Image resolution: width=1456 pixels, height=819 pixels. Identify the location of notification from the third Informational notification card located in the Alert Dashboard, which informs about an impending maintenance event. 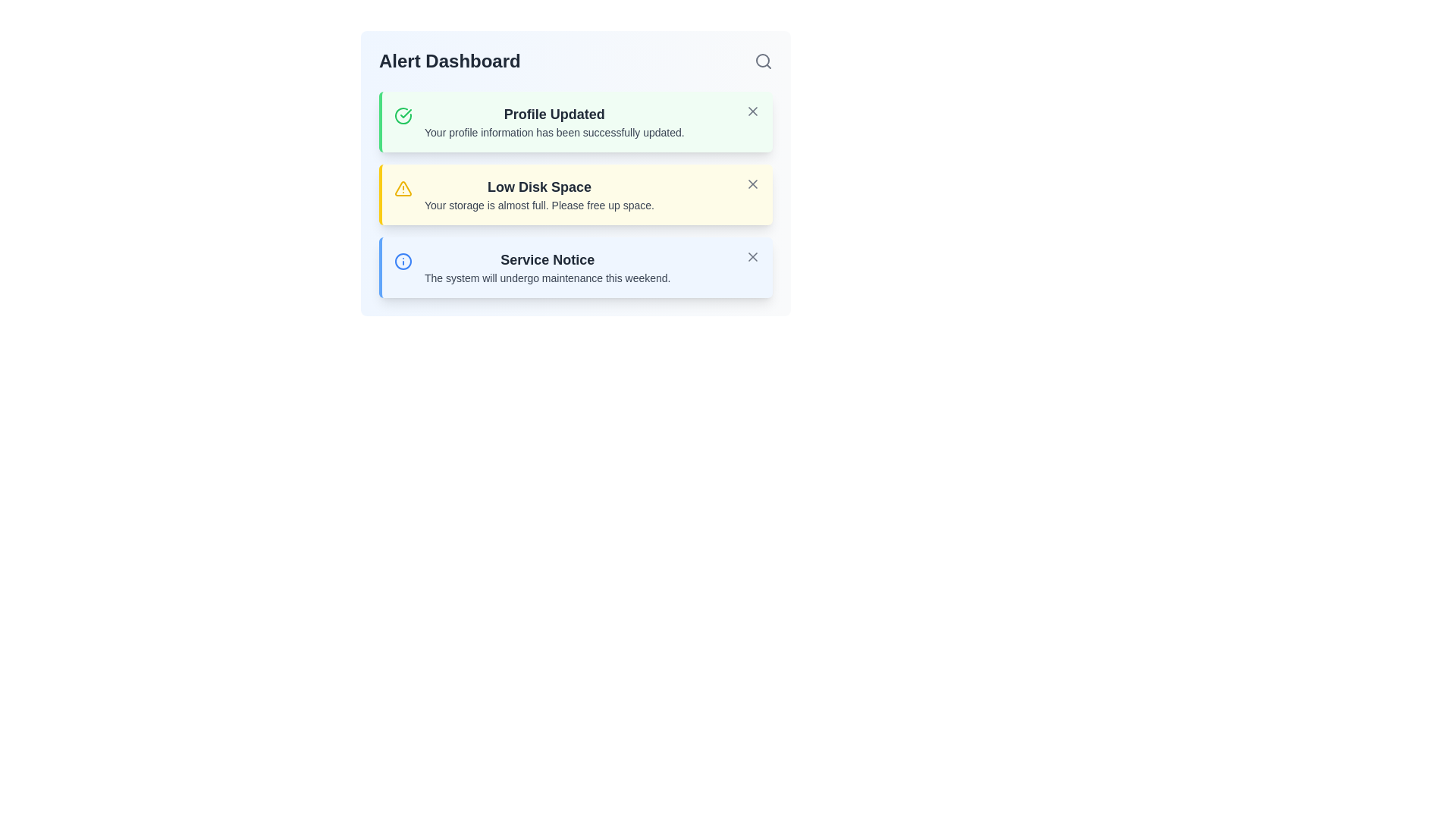
(575, 267).